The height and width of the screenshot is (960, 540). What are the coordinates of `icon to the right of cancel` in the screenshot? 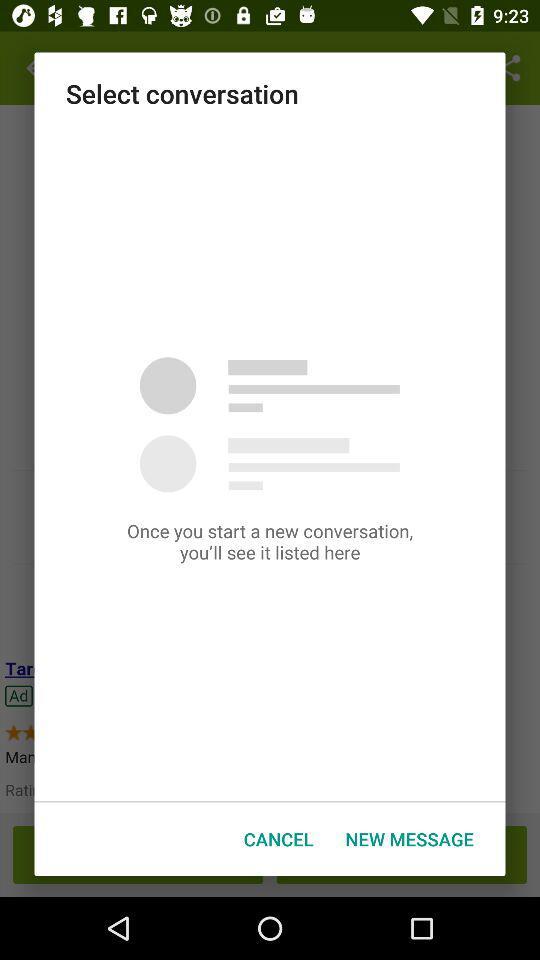 It's located at (408, 839).